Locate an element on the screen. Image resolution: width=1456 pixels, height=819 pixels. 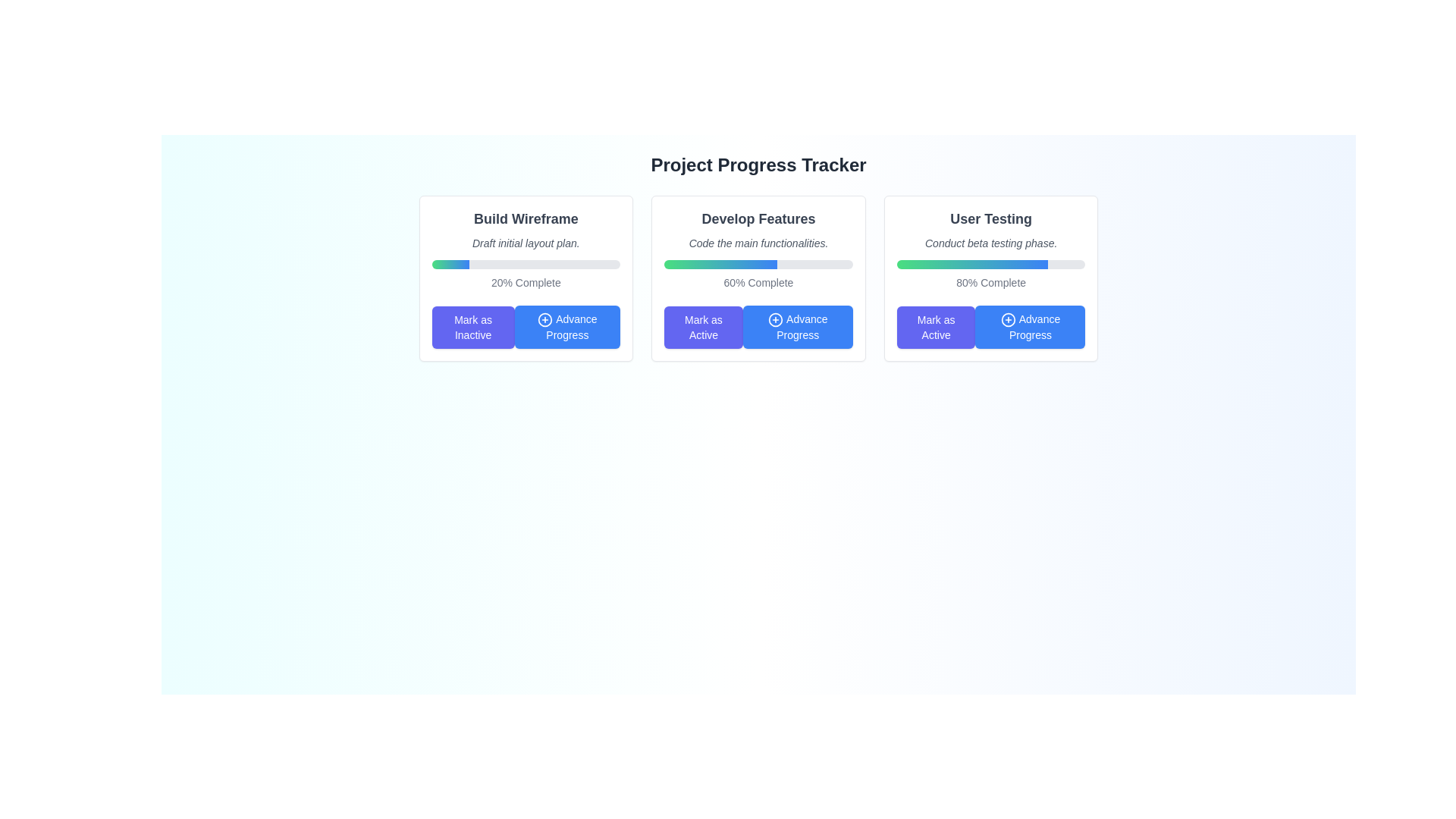
the small colored segment of the progress indicator bar within the 'Build Wireframe' card to visually represent the task progress is located at coordinates (450, 263).